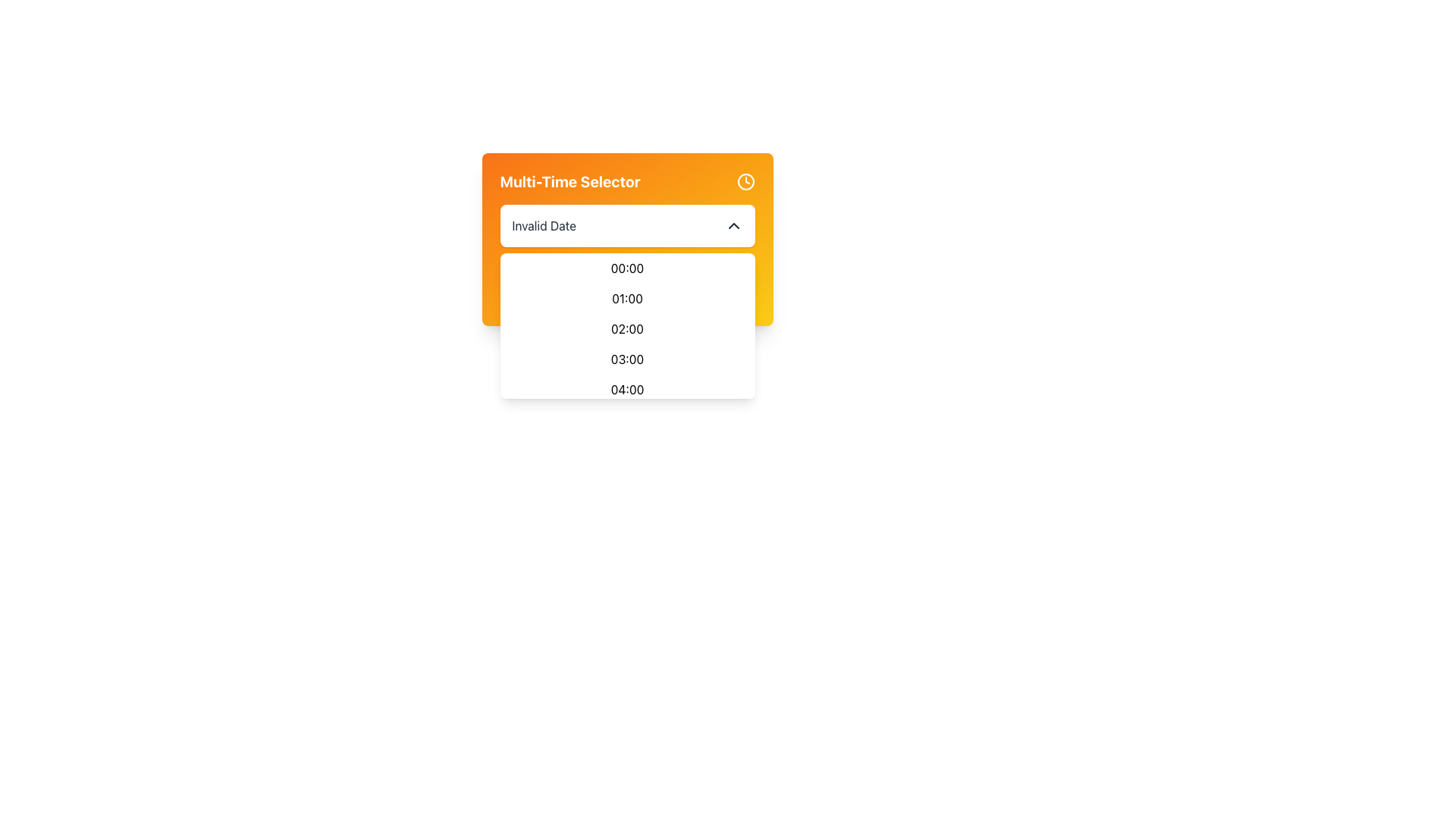 Image resolution: width=1456 pixels, height=819 pixels. What do you see at coordinates (544, 225) in the screenshot?
I see `the Text label displaying 'Invalid Date', which indicates an invalid selection or date input` at bounding box center [544, 225].